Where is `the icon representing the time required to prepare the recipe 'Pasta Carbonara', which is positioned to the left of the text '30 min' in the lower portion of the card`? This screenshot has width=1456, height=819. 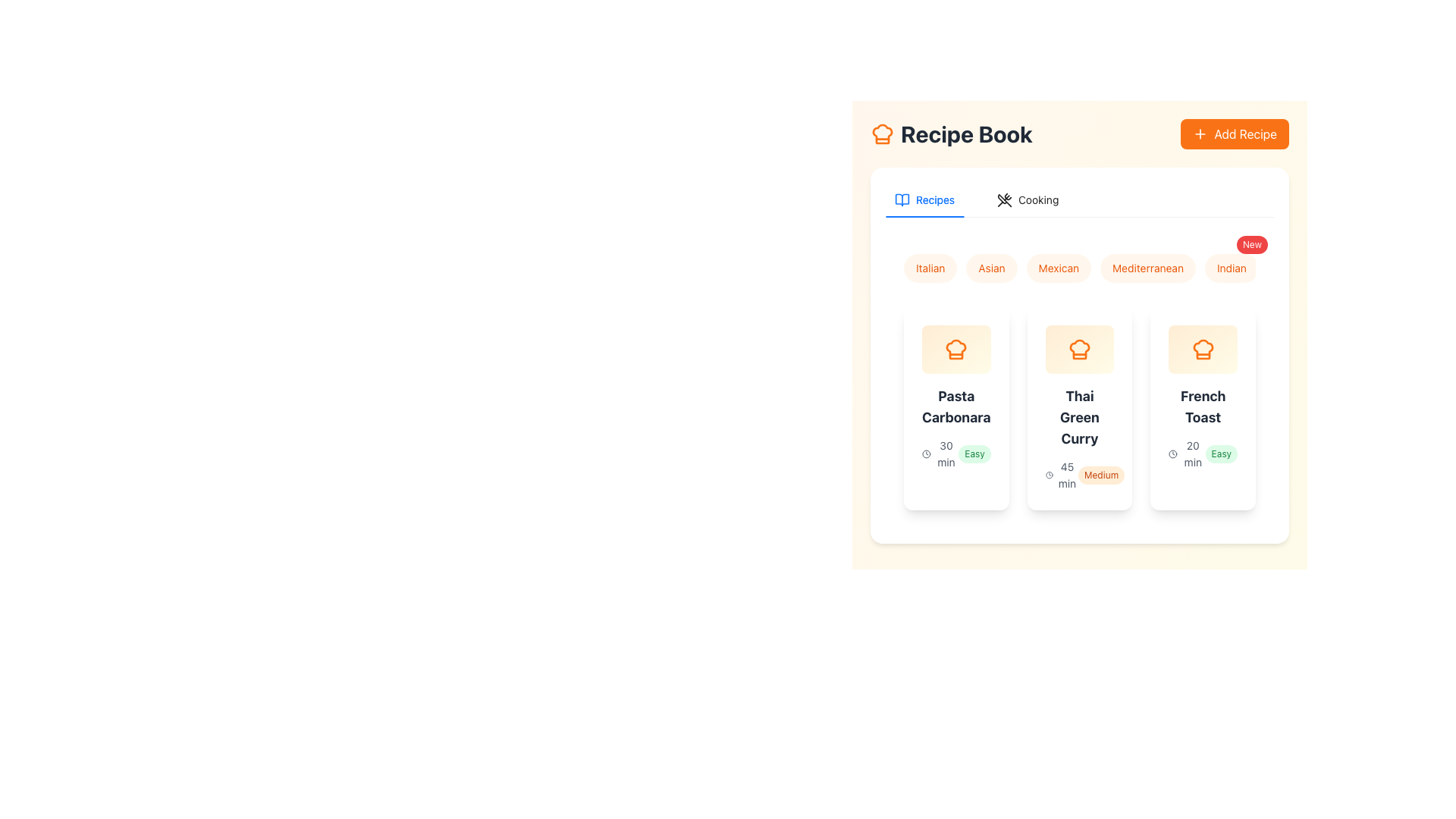
the icon representing the time required to prepare the recipe 'Pasta Carbonara', which is positioned to the left of the text '30 min' in the lower portion of the card is located at coordinates (925, 453).